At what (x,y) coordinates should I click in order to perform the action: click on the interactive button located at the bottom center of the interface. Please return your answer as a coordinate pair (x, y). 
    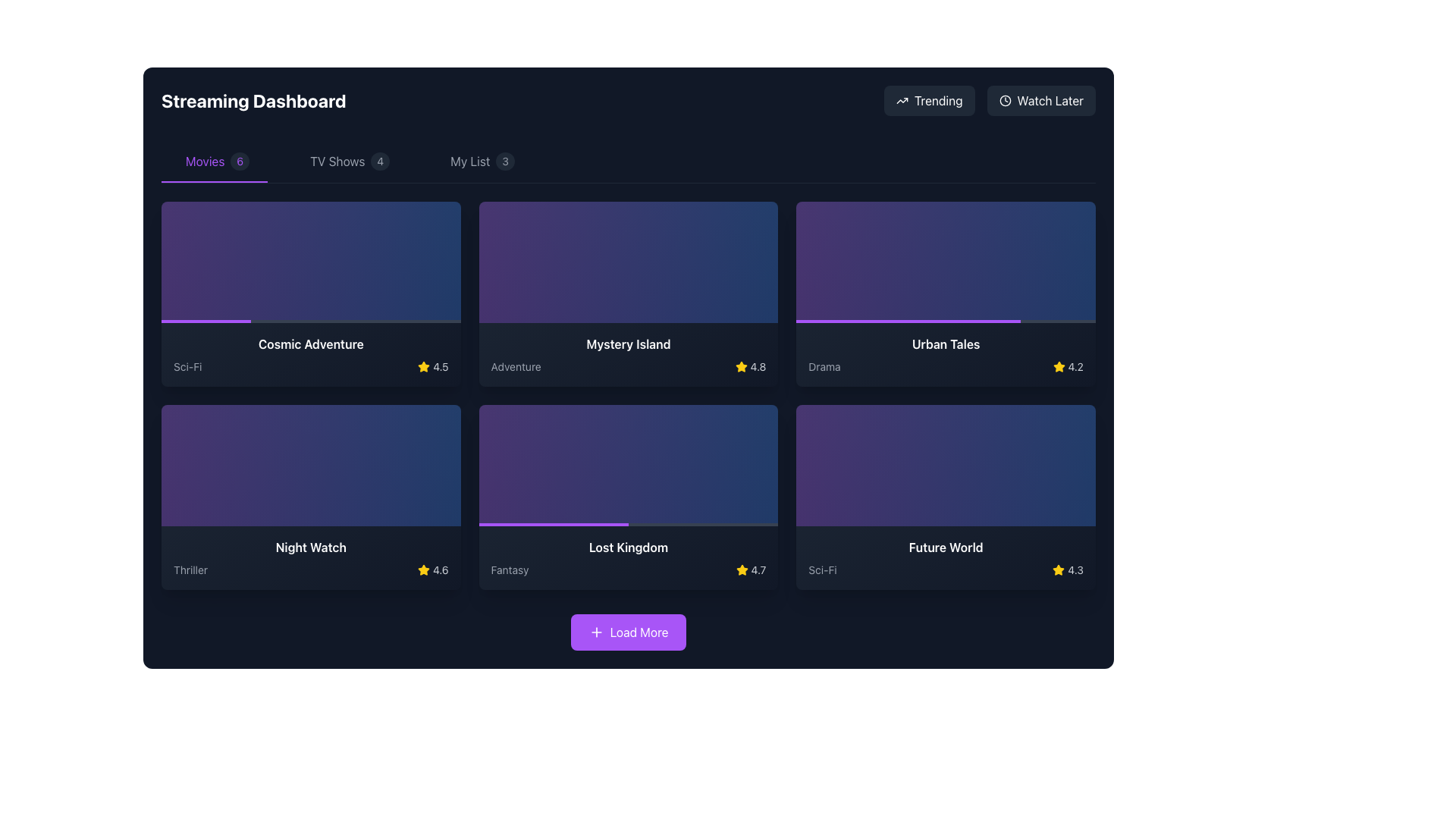
    Looking at the image, I should click on (629, 632).